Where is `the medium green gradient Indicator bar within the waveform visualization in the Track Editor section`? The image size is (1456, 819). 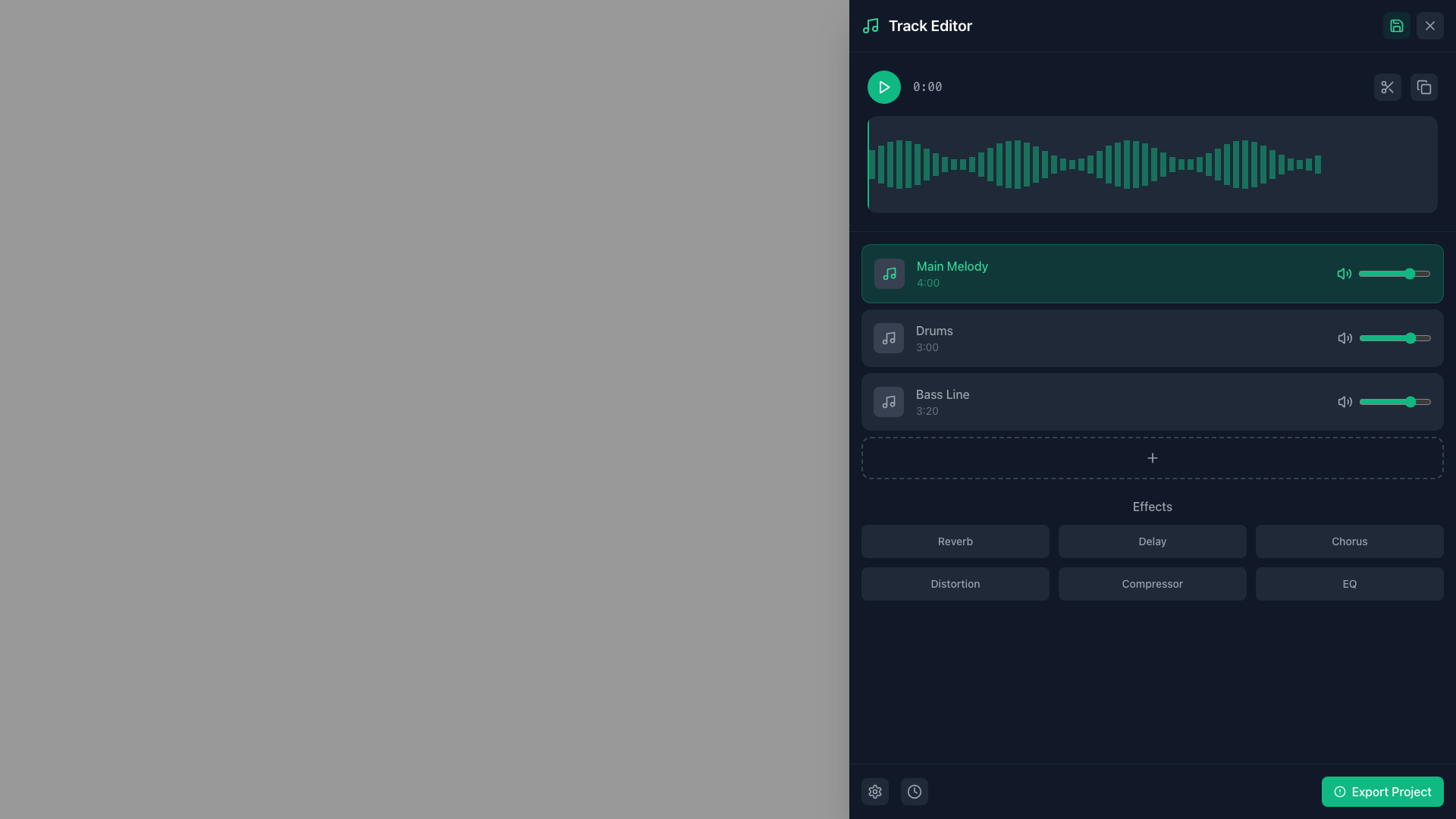
the medium green gradient Indicator bar within the waveform visualization in the Track Editor section is located at coordinates (1053, 164).